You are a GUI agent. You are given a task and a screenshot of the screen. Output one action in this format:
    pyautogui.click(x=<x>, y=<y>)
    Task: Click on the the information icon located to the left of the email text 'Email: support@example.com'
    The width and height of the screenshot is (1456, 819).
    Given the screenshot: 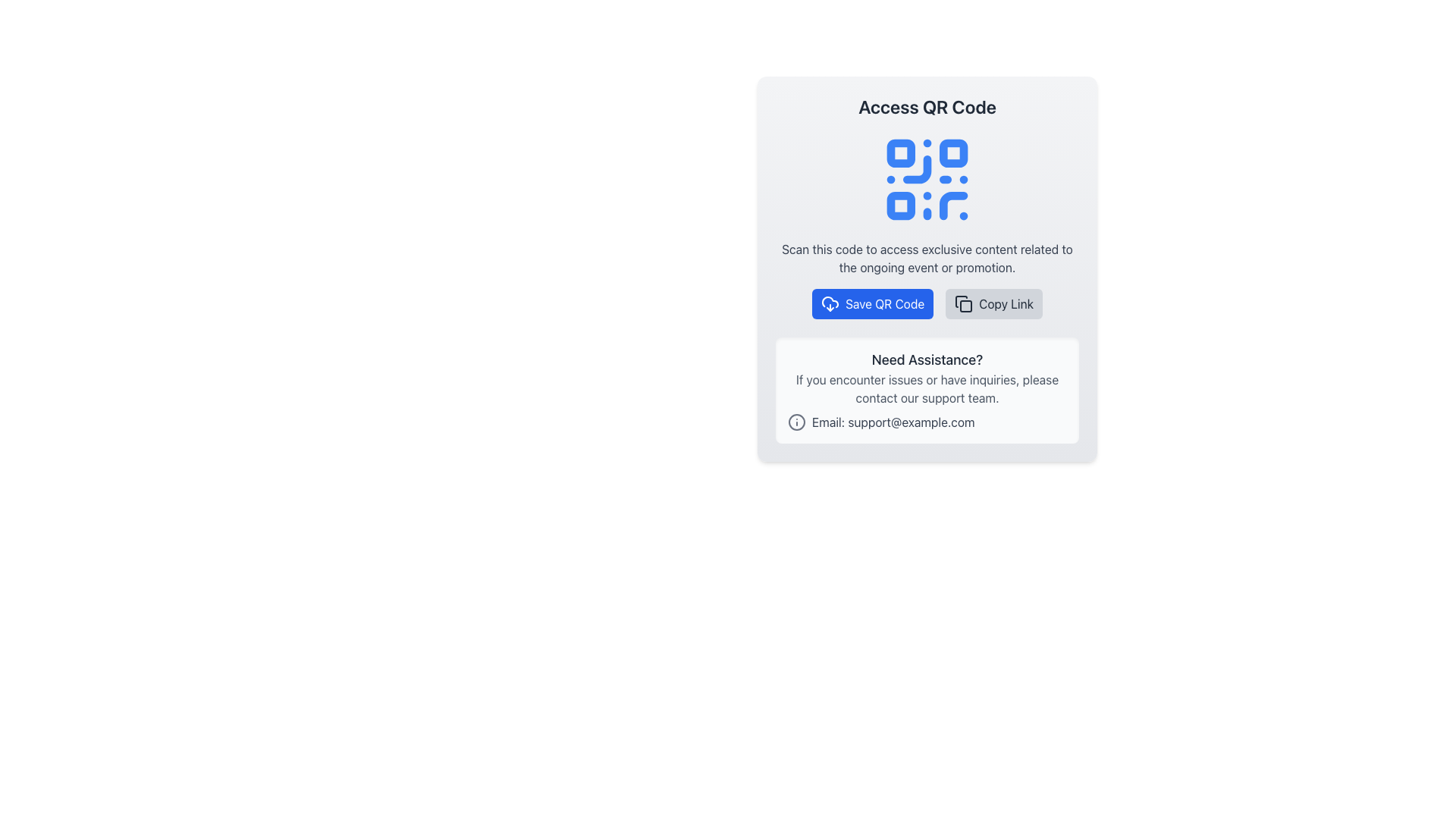 What is the action you would take?
    pyautogui.click(x=796, y=422)
    